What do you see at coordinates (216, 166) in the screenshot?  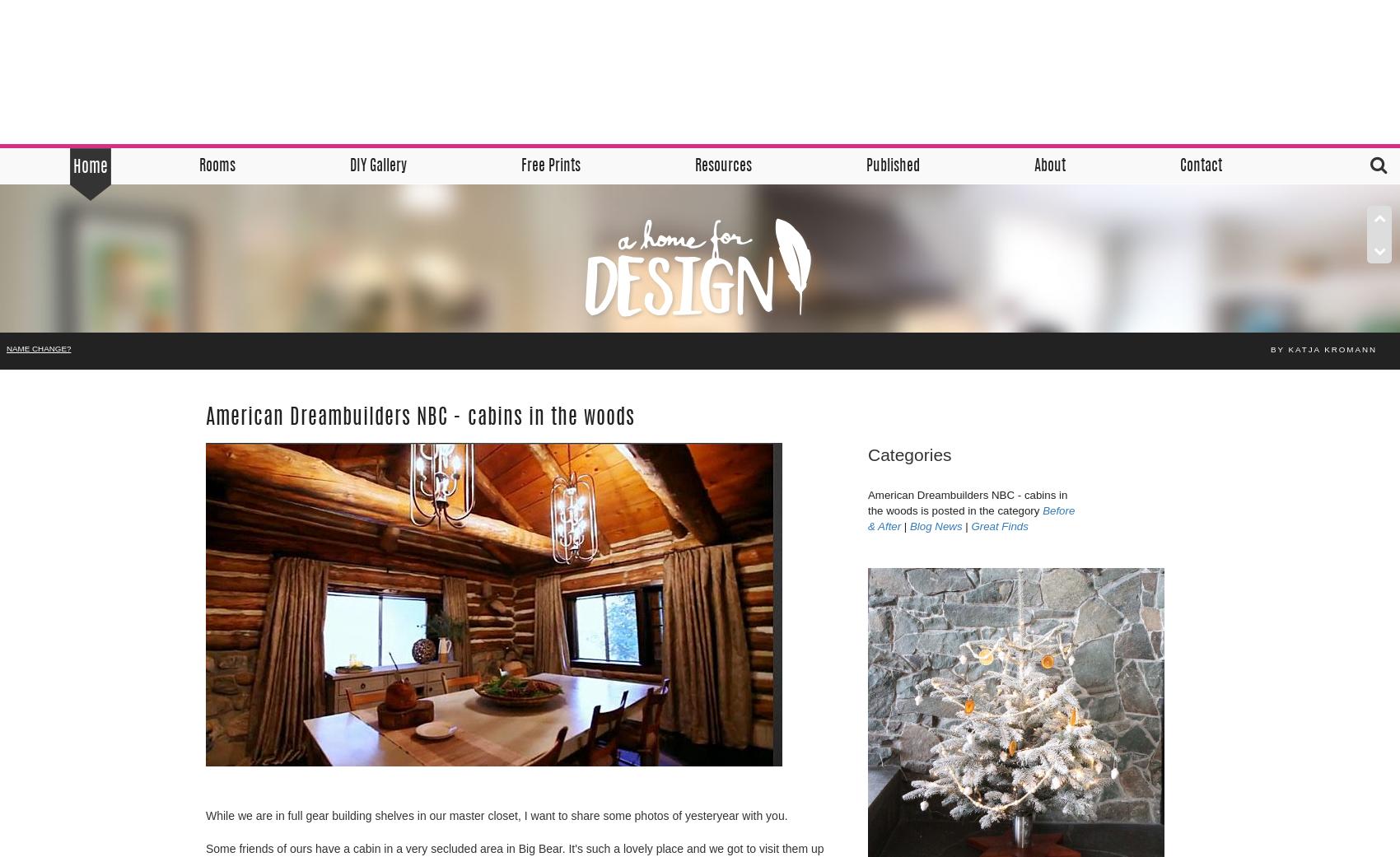 I see `'Rooms'` at bounding box center [216, 166].